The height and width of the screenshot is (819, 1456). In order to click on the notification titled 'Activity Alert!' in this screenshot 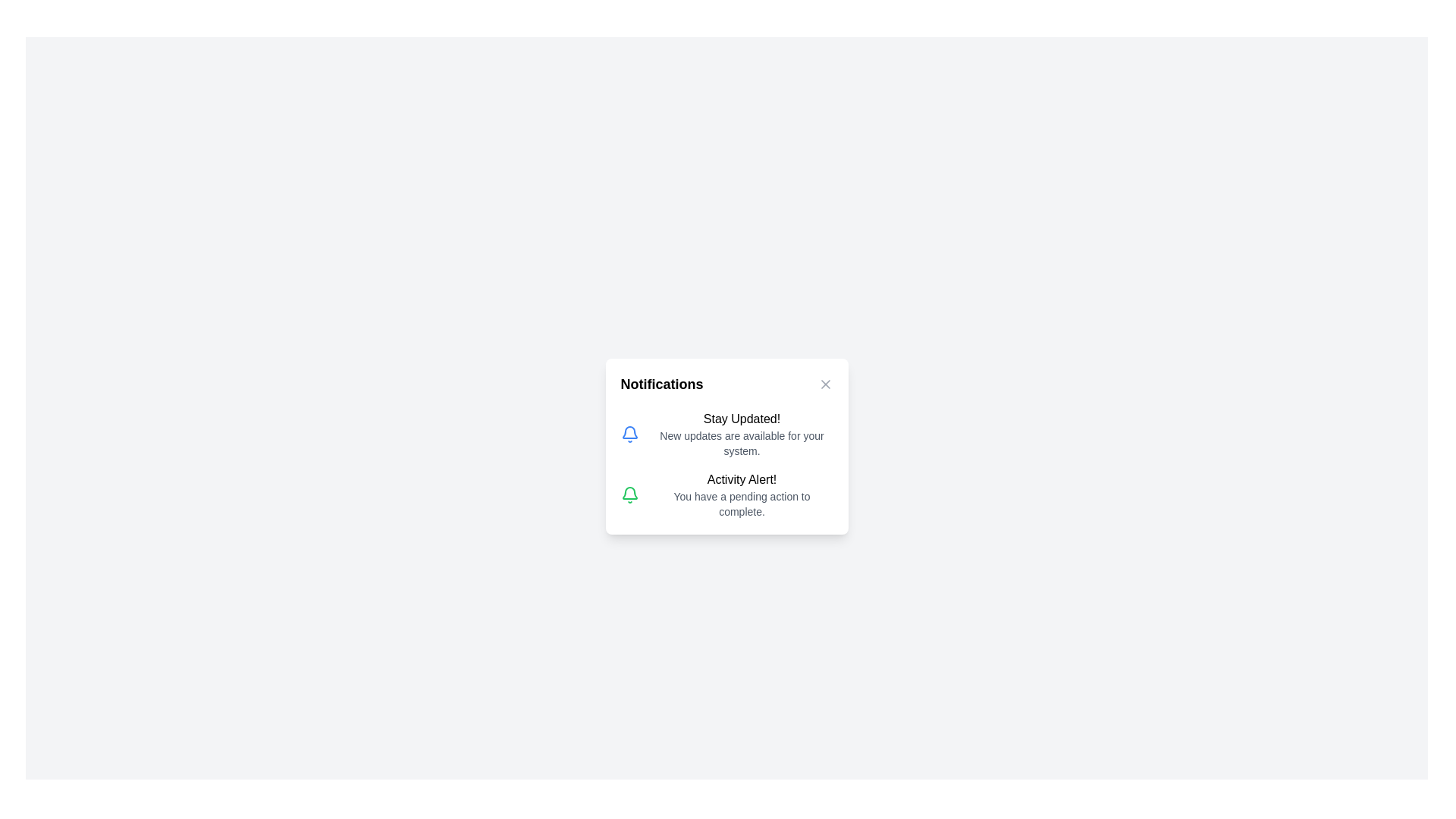, I will do `click(629, 494)`.